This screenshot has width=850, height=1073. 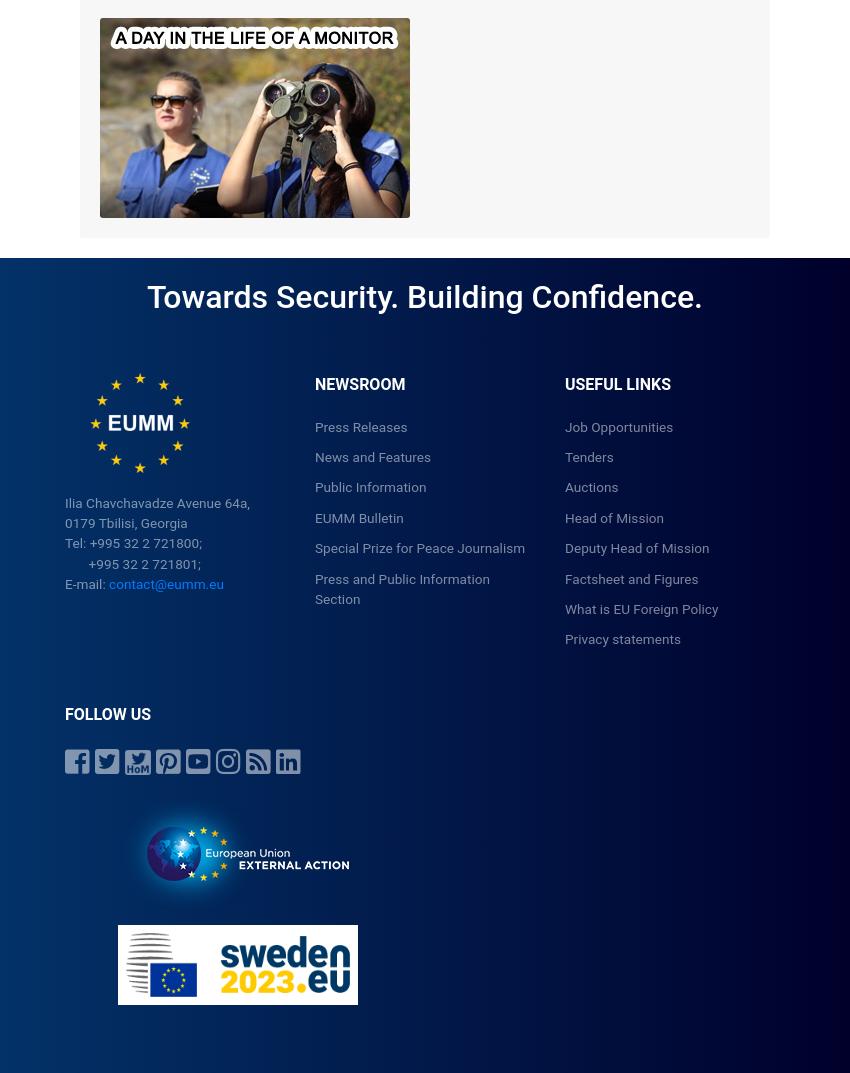 What do you see at coordinates (588, 456) in the screenshot?
I see `'Tenders'` at bounding box center [588, 456].